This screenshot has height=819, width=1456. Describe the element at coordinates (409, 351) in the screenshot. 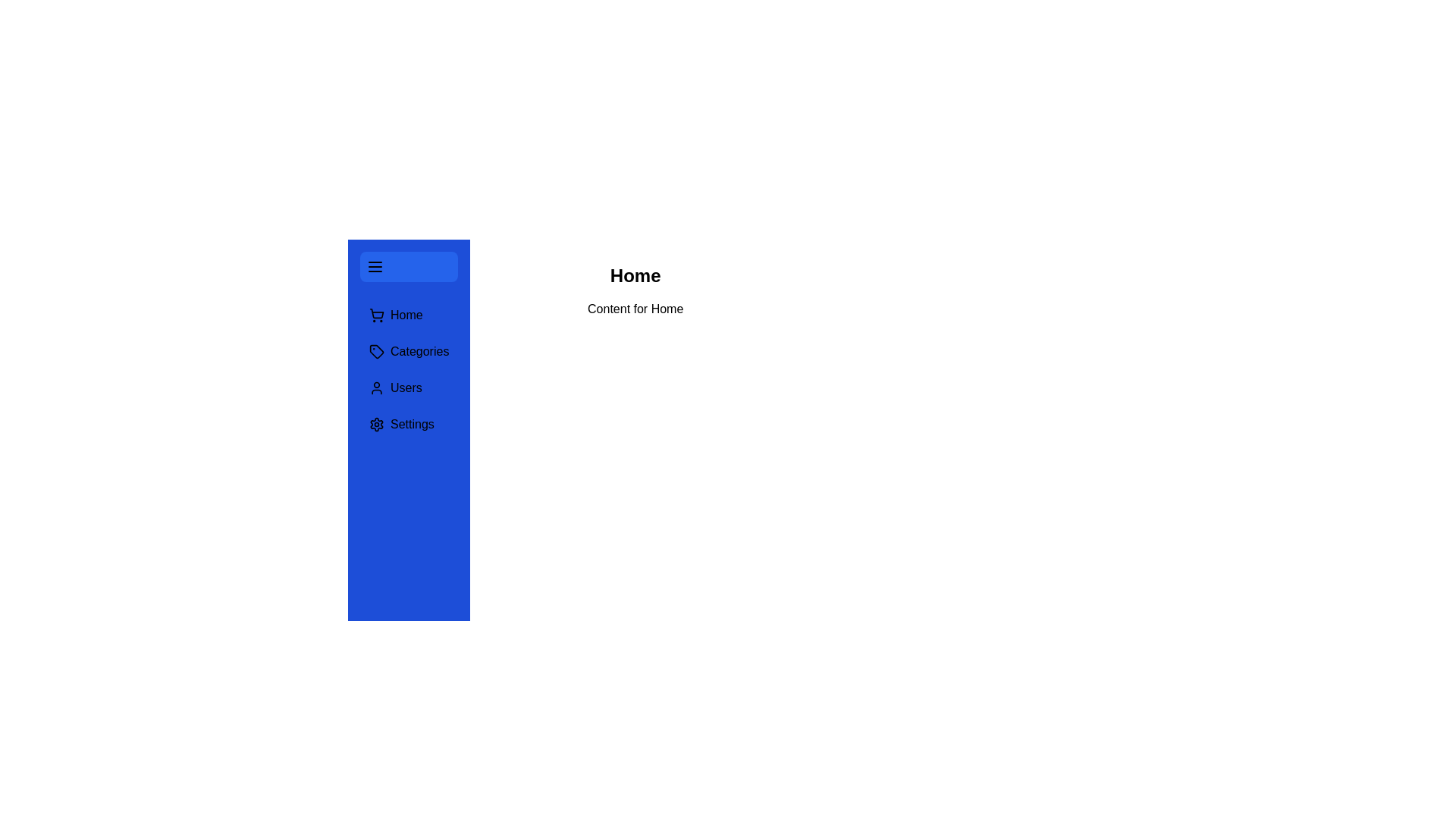

I see `the Categories section from the menu` at that location.